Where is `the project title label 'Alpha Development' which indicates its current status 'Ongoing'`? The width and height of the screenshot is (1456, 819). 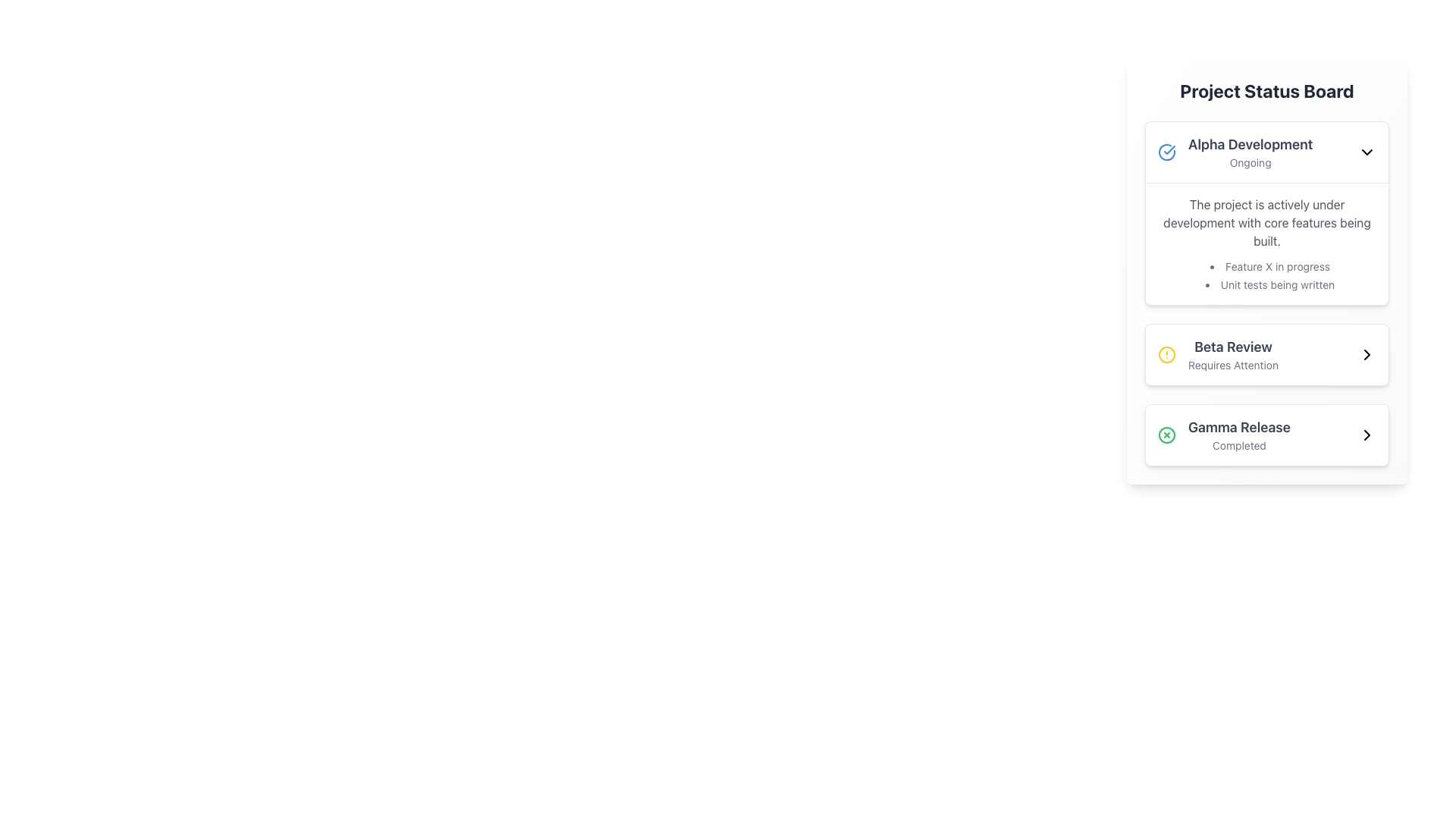
the project title label 'Alpha Development' which indicates its current status 'Ongoing' is located at coordinates (1266, 152).